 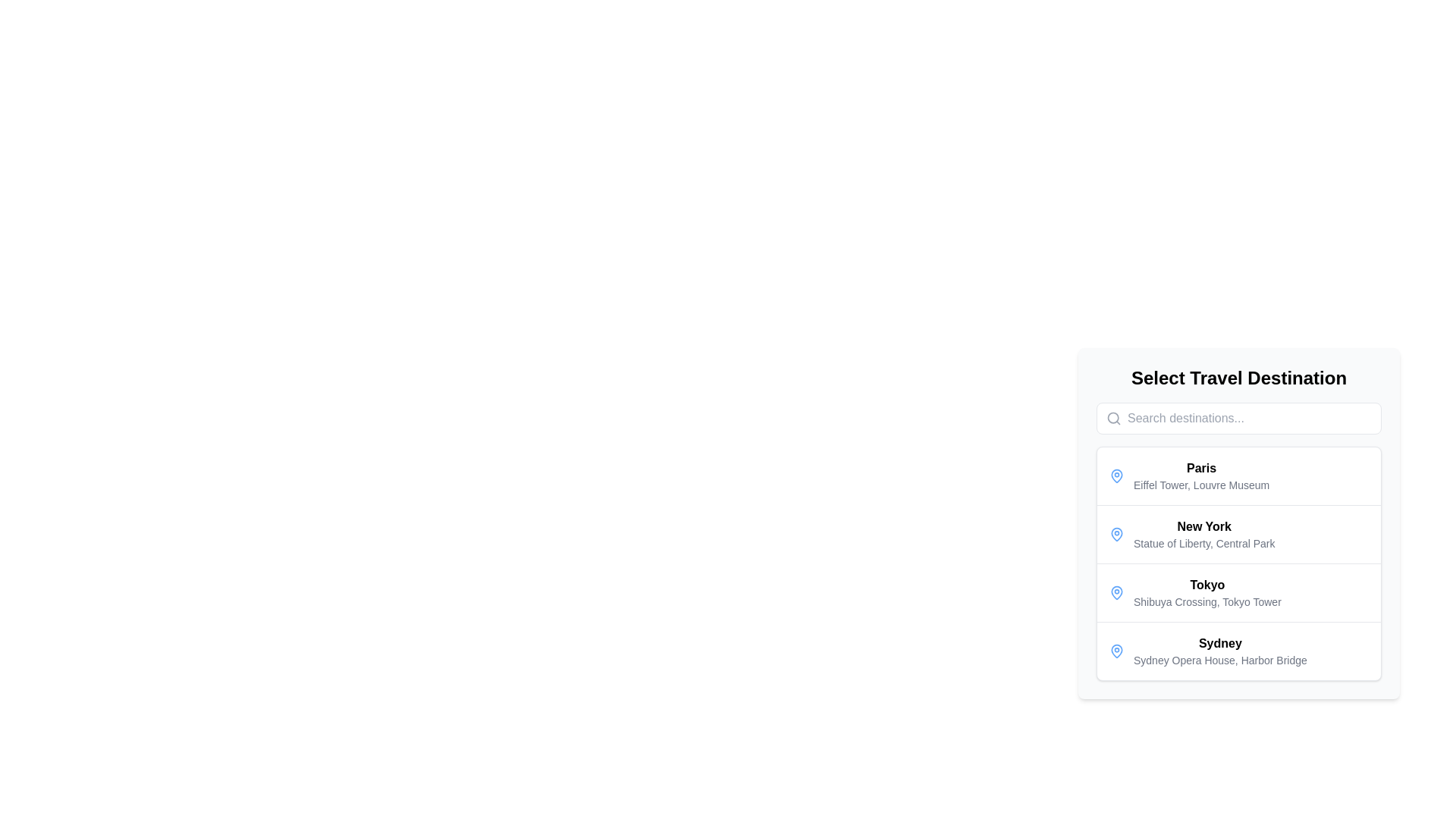 I want to click on the fourth list item in the travel destination selection panel, so click(x=1238, y=651).